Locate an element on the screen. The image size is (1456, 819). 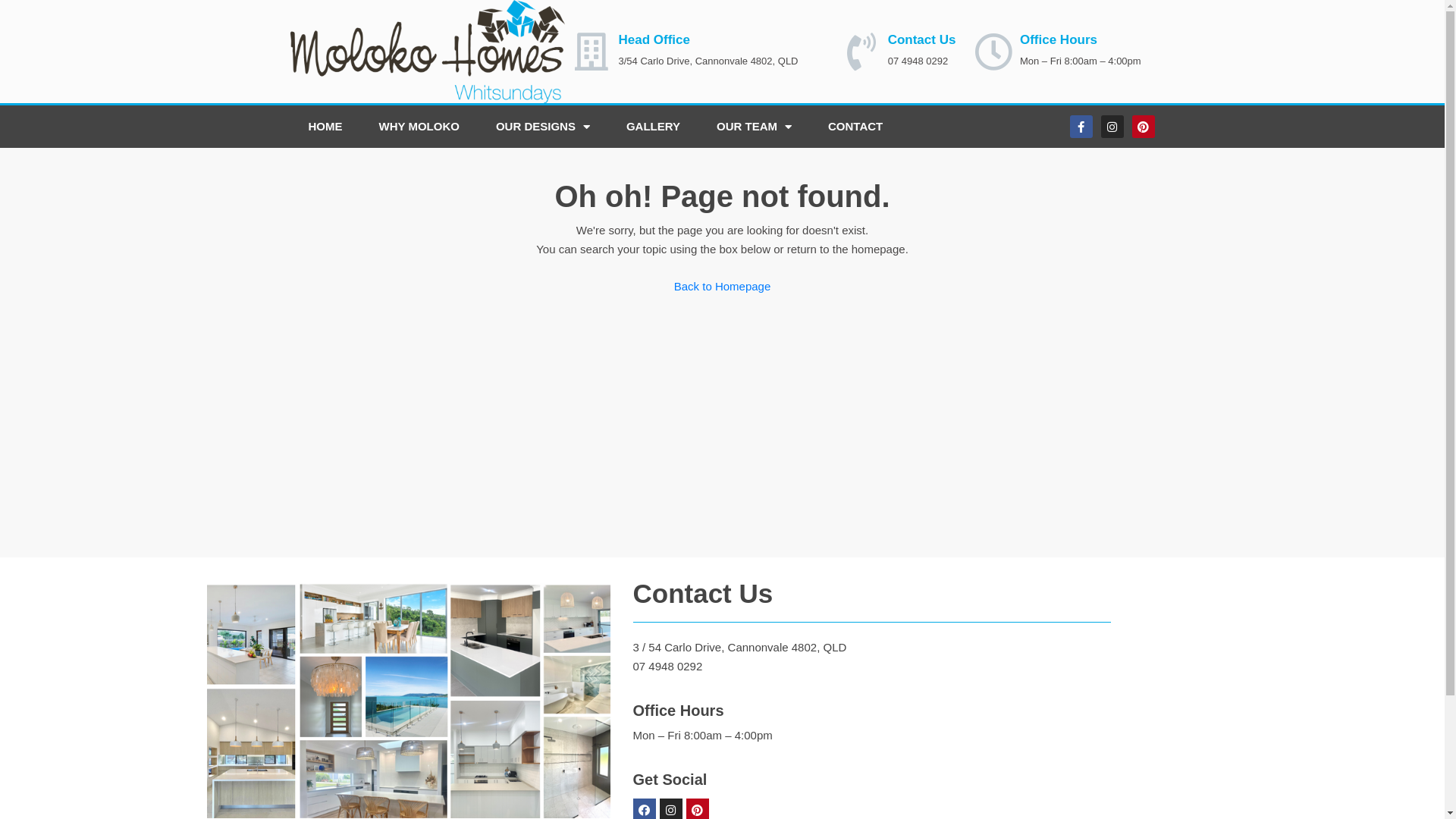
'HOME' is located at coordinates (324, 125).